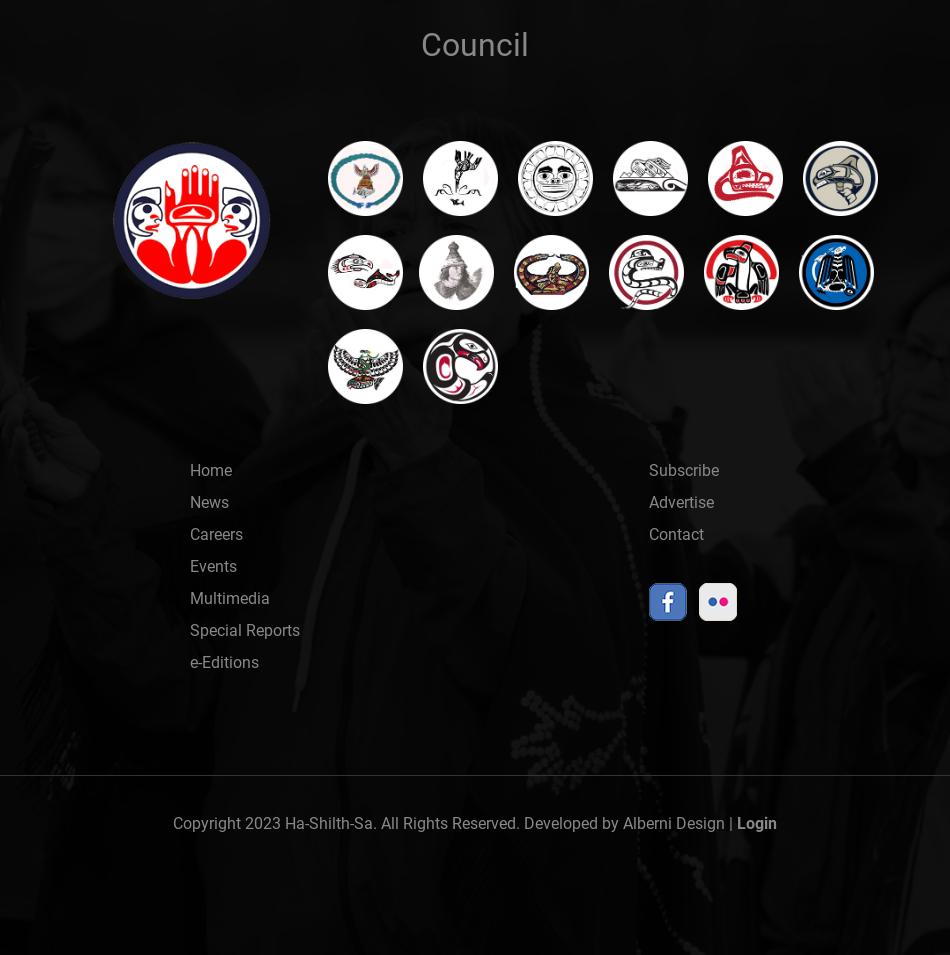 The image size is (950, 955). I want to click on 'e-Editions', so click(223, 661).